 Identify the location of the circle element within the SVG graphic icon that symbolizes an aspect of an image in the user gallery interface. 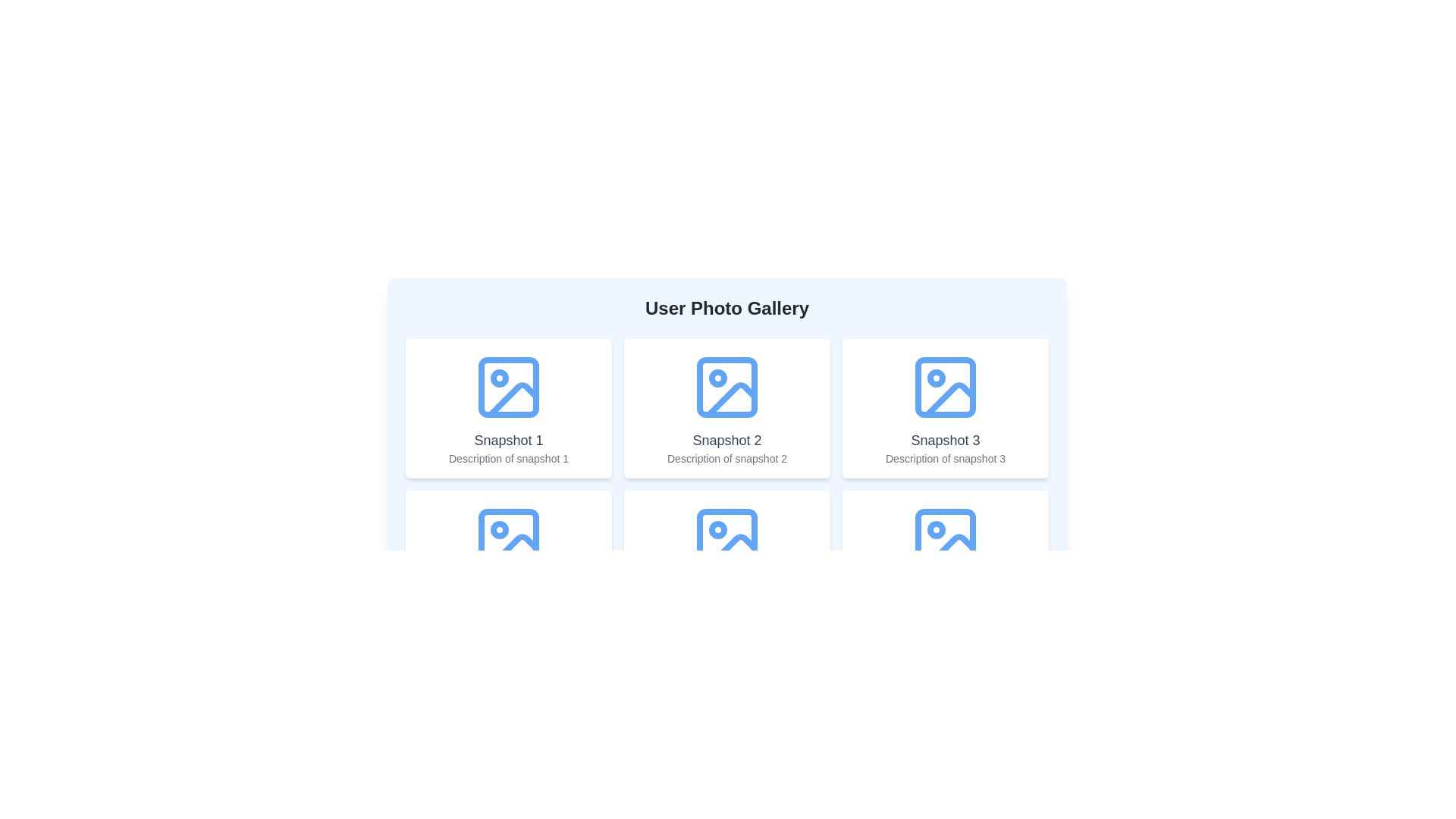
(499, 529).